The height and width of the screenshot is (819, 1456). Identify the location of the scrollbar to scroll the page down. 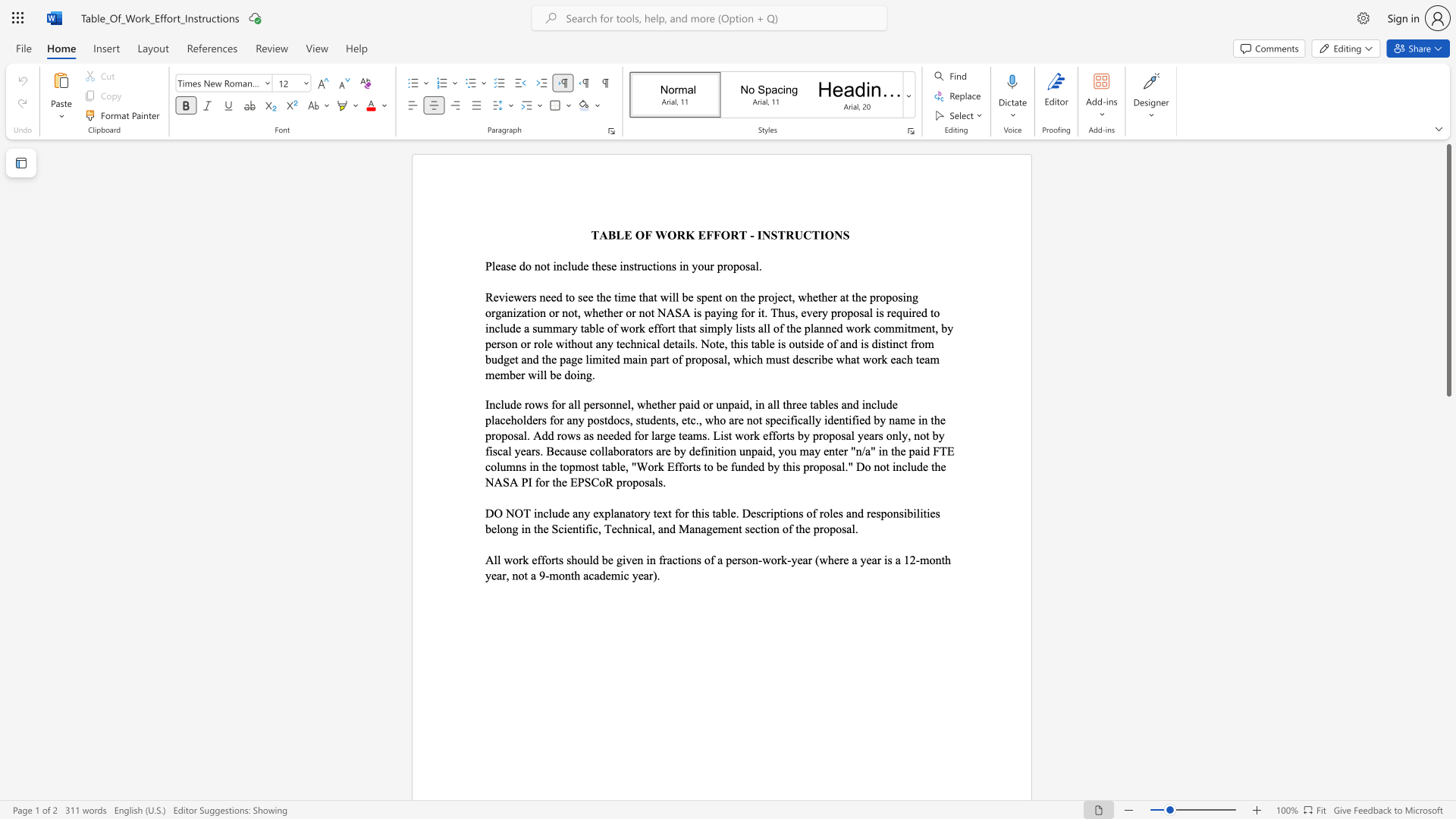
(1448, 476).